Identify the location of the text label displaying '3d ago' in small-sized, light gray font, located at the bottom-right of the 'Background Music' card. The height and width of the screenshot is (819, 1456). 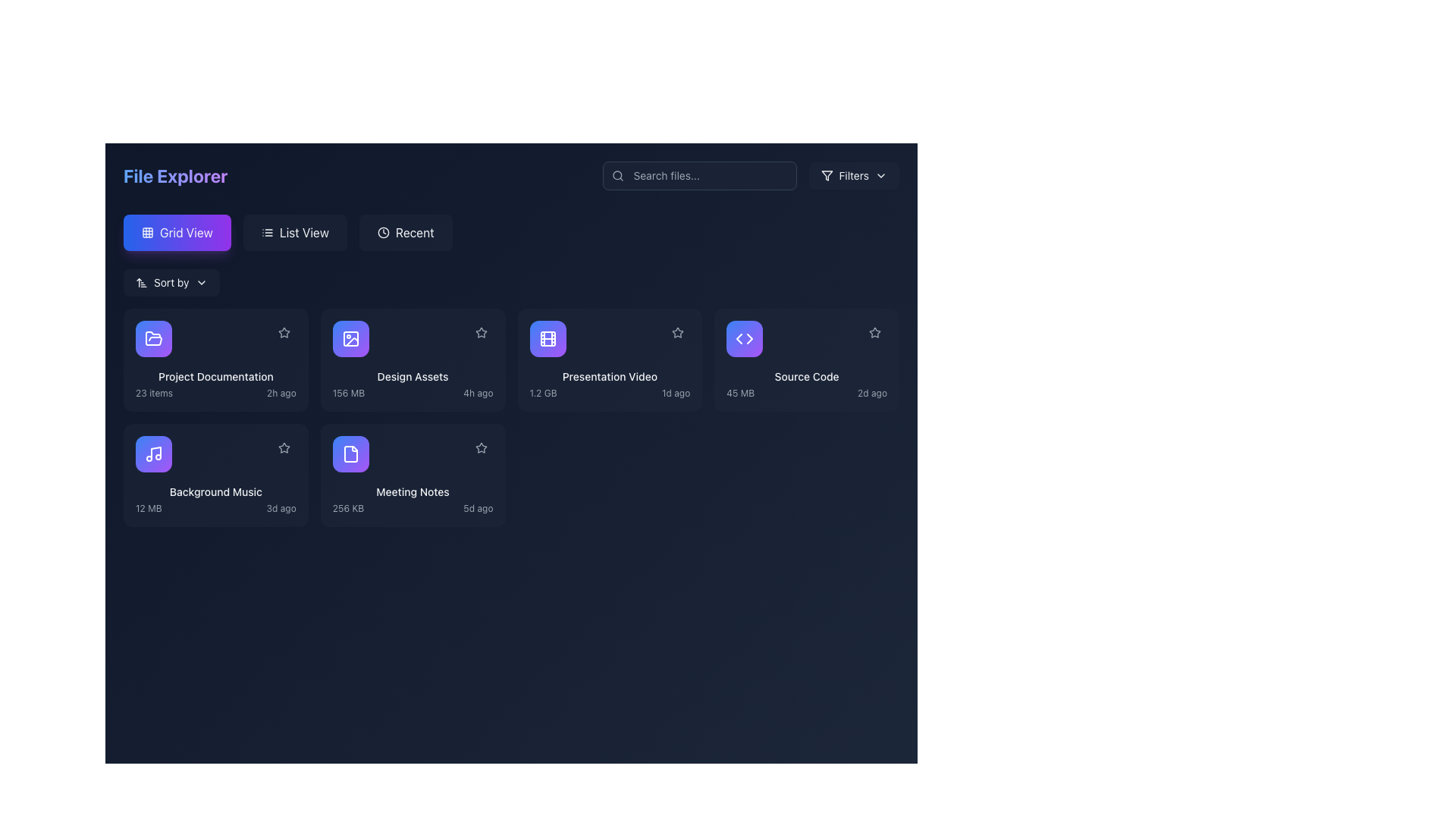
(281, 509).